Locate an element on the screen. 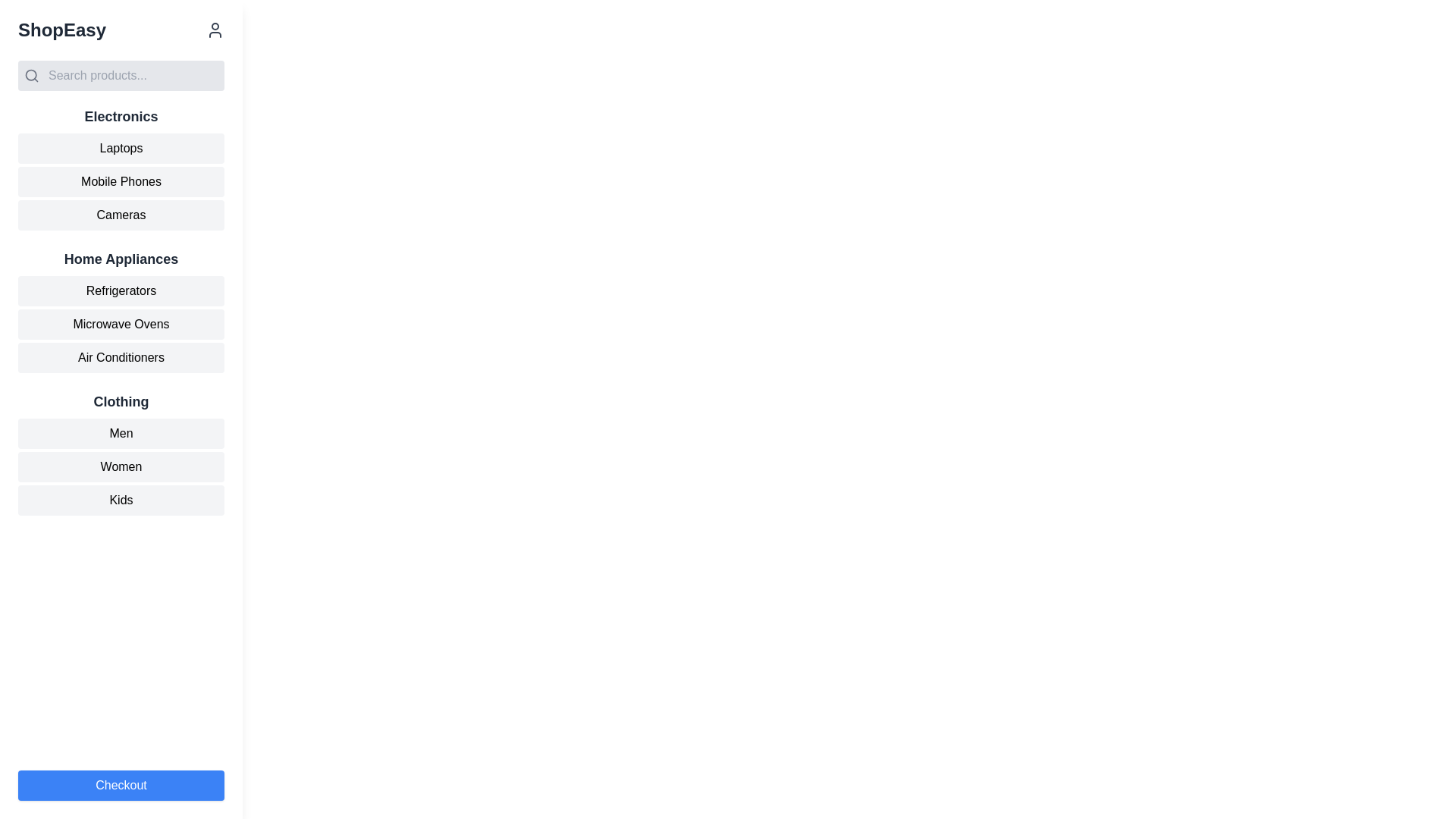 This screenshot has height=819, width=1456. the navigational button located in the 'Home Appliances' section of the sidebar menu is located at coordinates (120, 291).